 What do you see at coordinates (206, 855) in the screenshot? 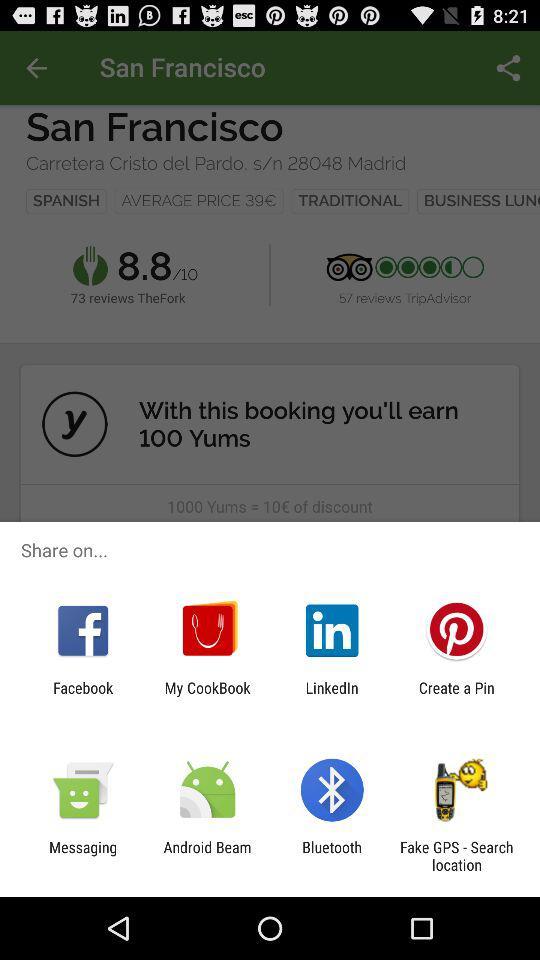
I see `the icon next to the messaging item` at bounding box center [206, 855].